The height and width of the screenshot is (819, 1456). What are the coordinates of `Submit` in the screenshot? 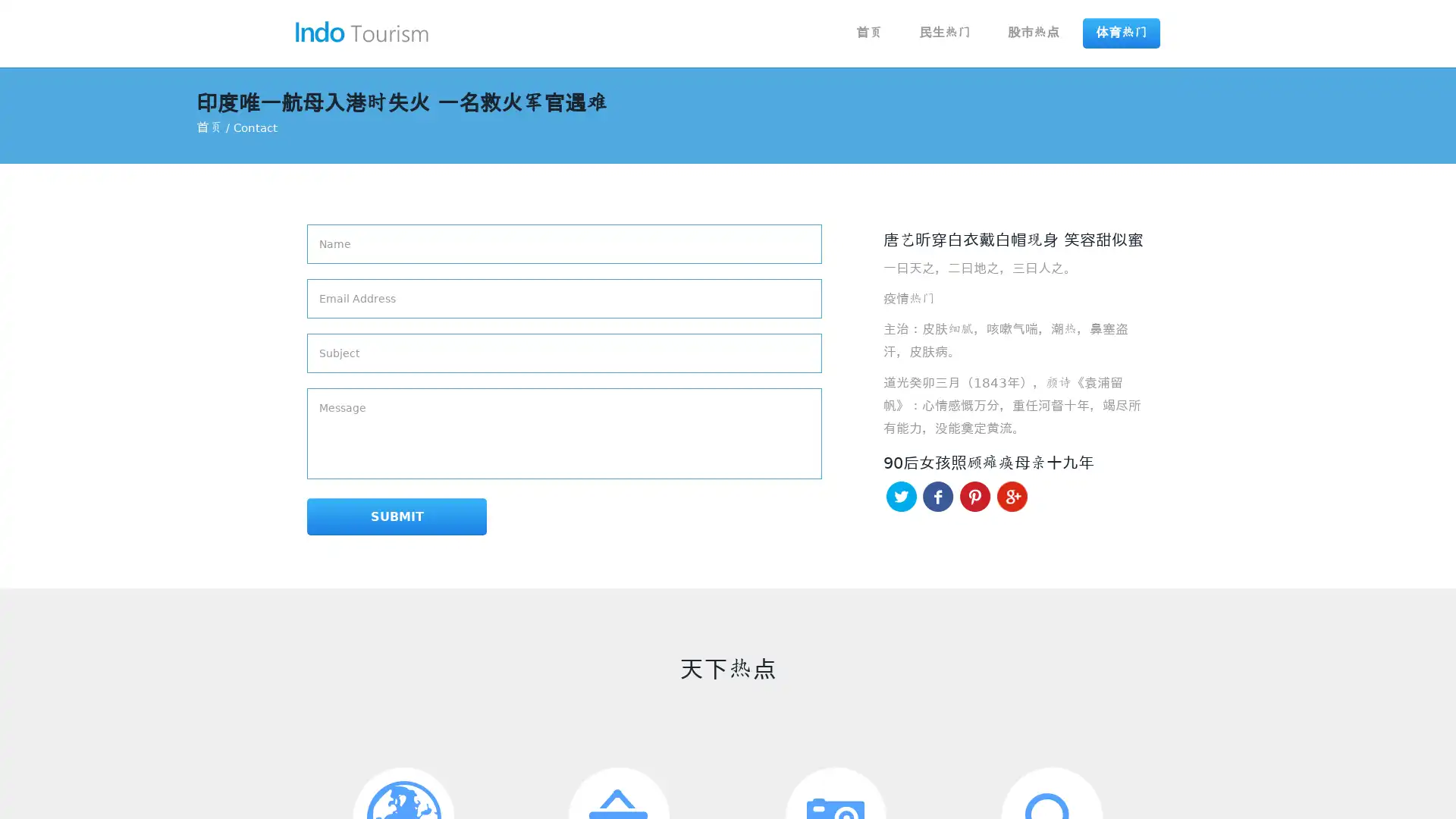 It's located at (362, 517).